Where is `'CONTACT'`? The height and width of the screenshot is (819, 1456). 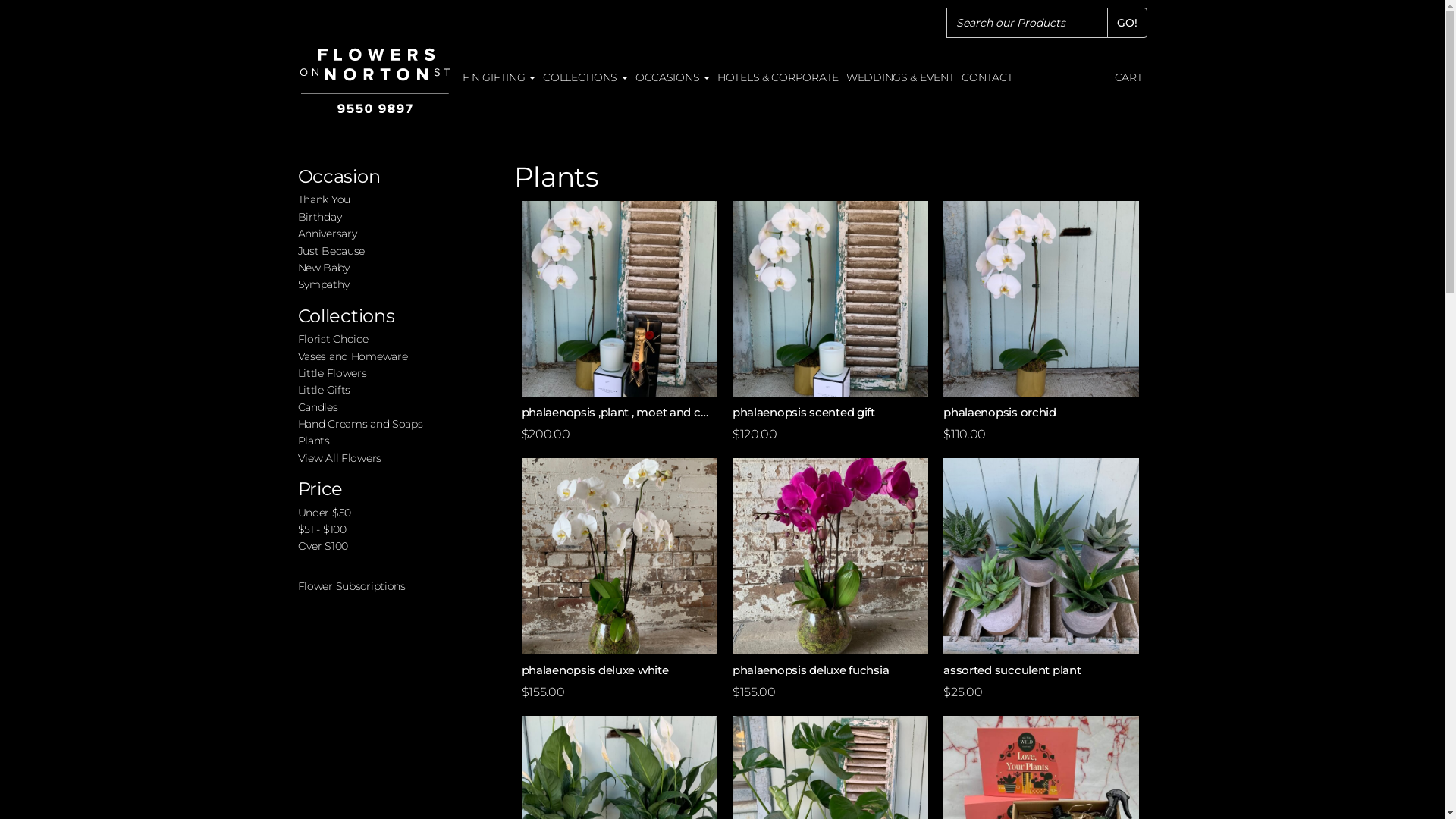 'CONTACT' is located at coordinates (987, 77).